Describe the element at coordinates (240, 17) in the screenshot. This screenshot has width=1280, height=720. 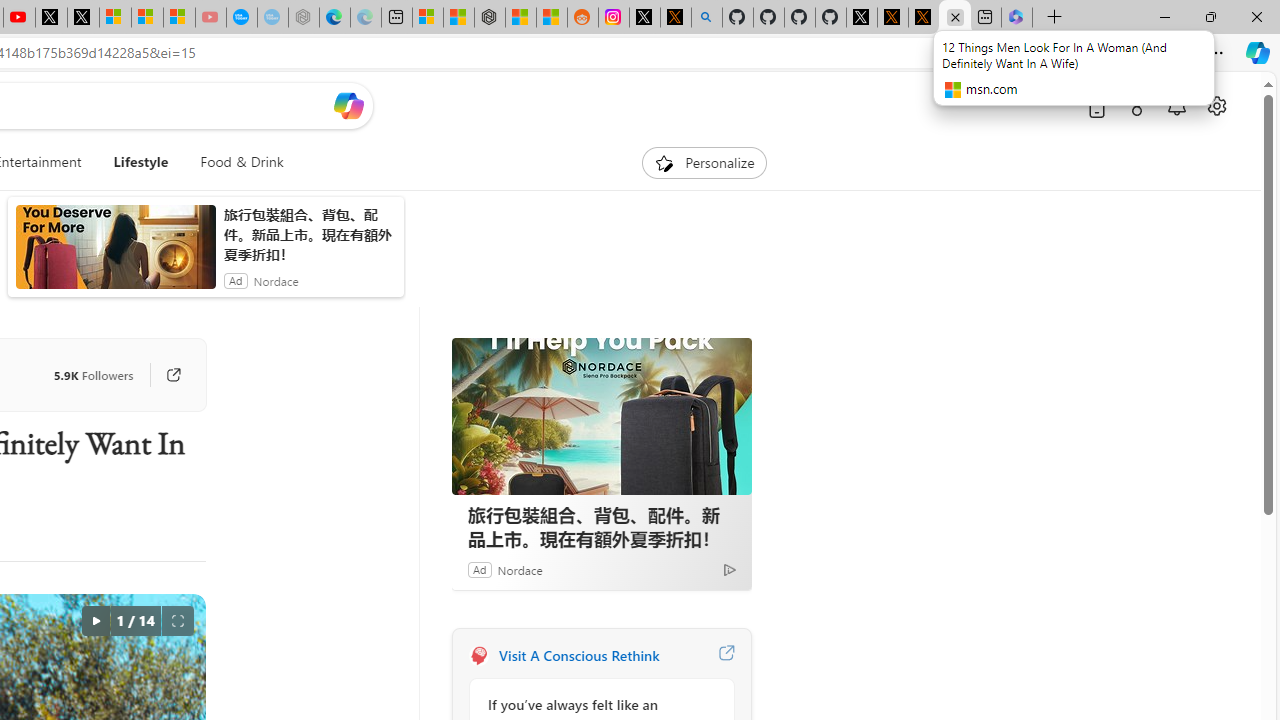
I see `'Opinion: Op-Ed and Commentary - USA TODAY'` at that location.